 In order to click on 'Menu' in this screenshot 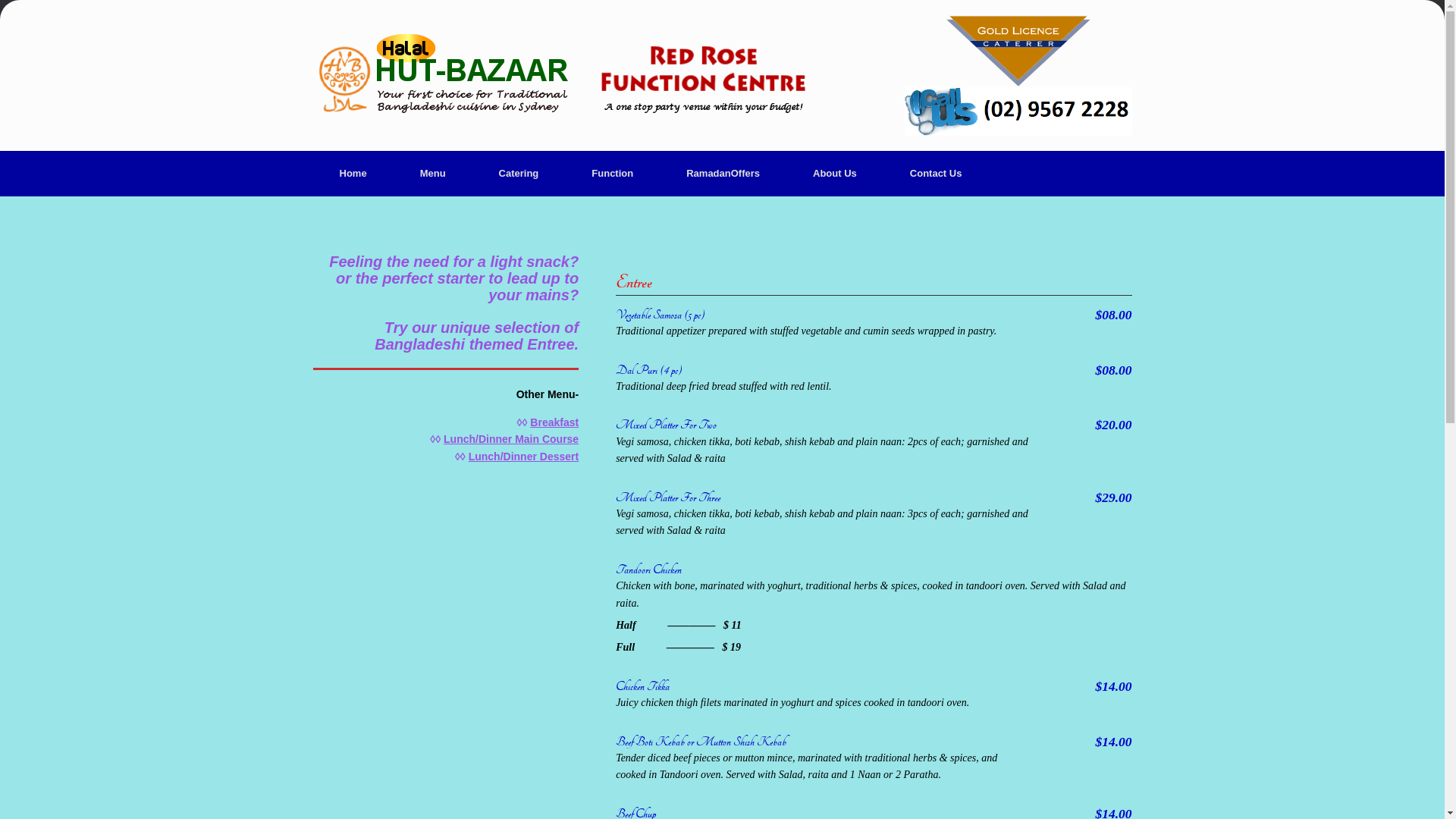, I will do `click(432, 172)`.